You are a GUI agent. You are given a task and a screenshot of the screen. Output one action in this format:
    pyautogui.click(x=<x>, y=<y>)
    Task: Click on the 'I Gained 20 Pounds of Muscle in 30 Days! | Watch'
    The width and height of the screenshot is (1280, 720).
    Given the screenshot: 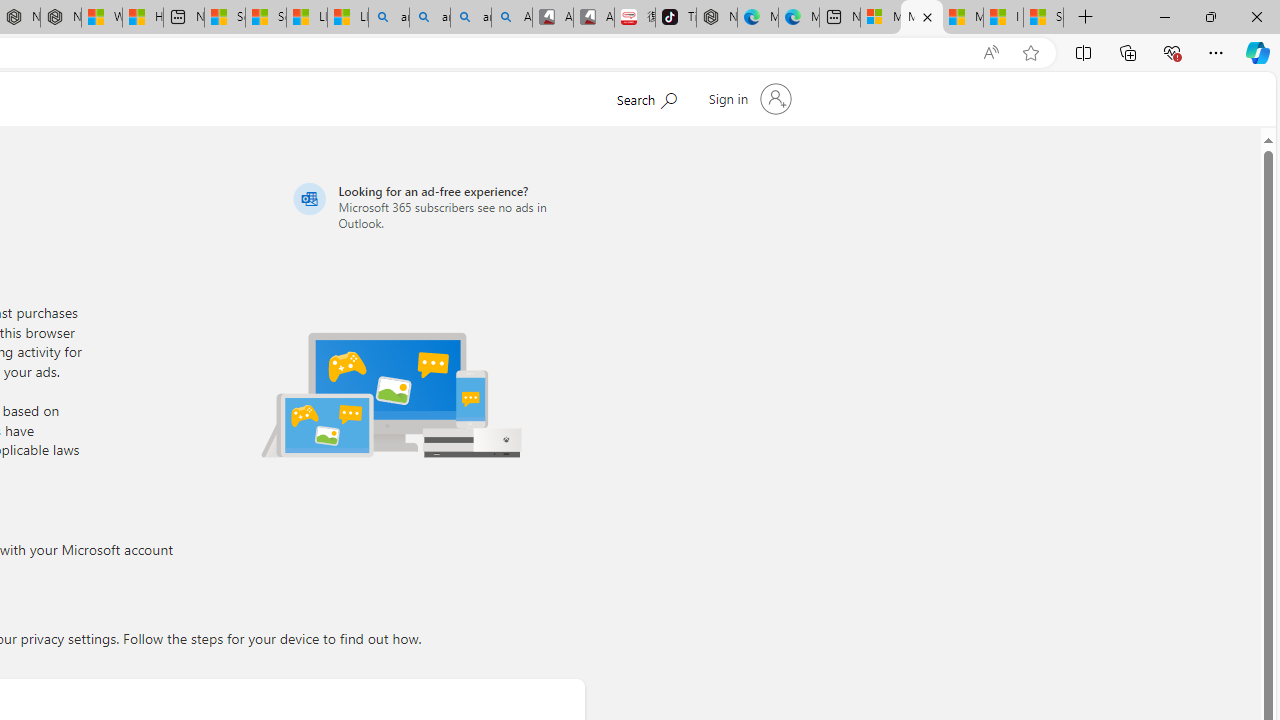 What is the action you would take?
    pyautogui.click(x=1003, y=17)
    